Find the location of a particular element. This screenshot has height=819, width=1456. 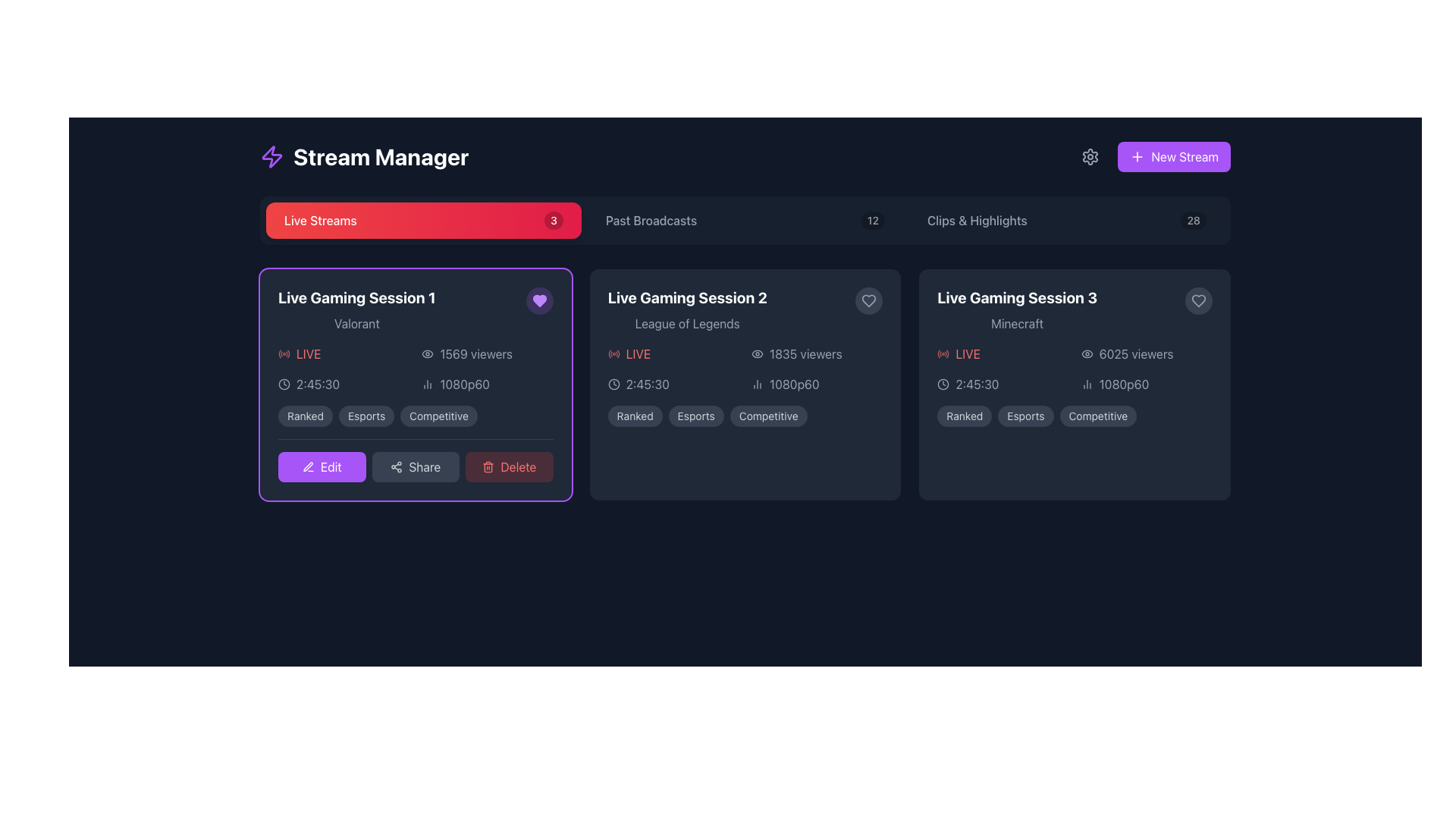

the text label that indicates the purpose of the share button, which is located between the share icon and the delete button in the toolbar of 'Live Gaming Session 1' is located at coordinates (425, 466).